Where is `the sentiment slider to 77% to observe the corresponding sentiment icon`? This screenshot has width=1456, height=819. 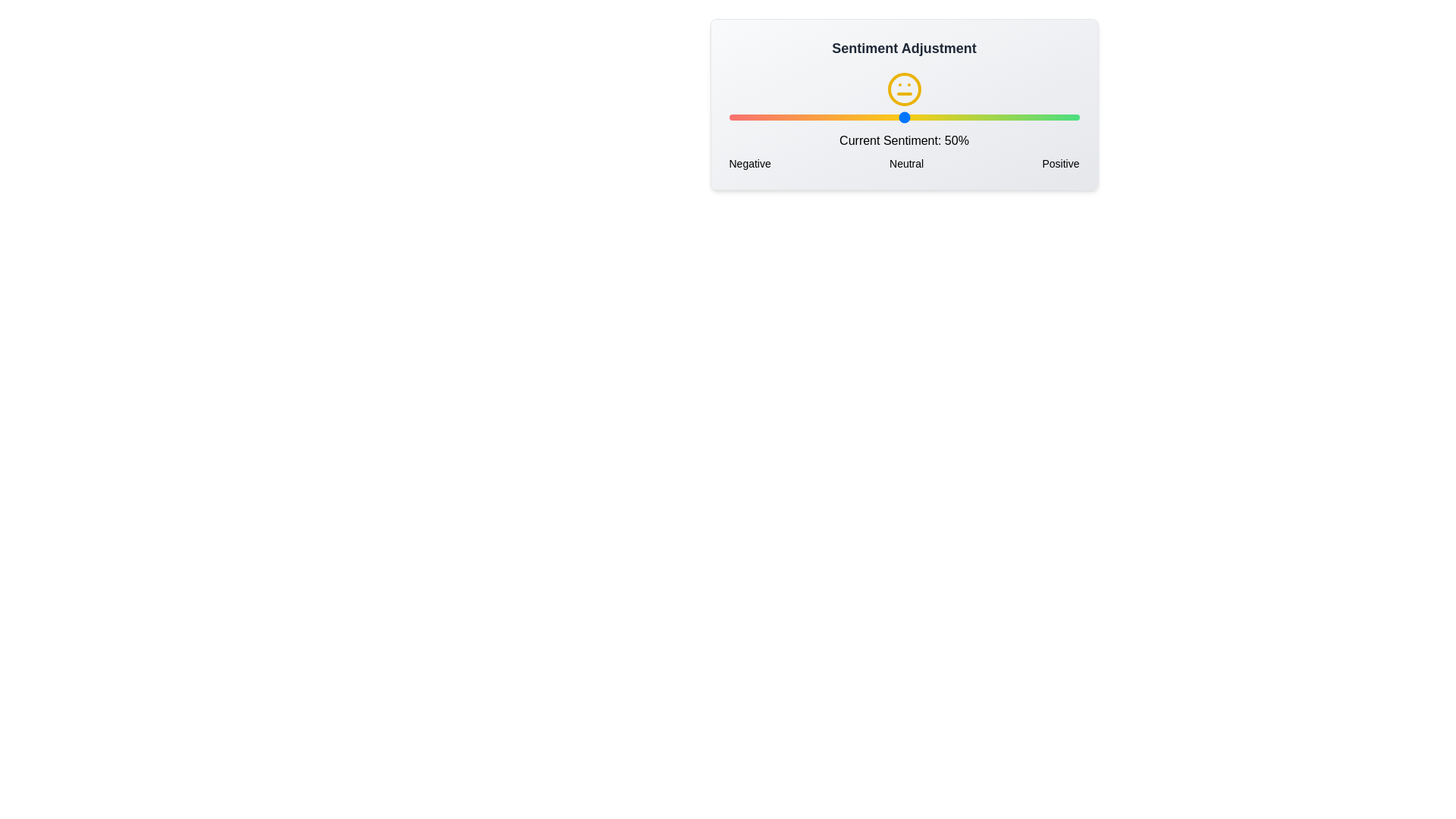
the sentiment slider to 77% to observe the corresponding sentiment icon is located at coordinates (999, 116).